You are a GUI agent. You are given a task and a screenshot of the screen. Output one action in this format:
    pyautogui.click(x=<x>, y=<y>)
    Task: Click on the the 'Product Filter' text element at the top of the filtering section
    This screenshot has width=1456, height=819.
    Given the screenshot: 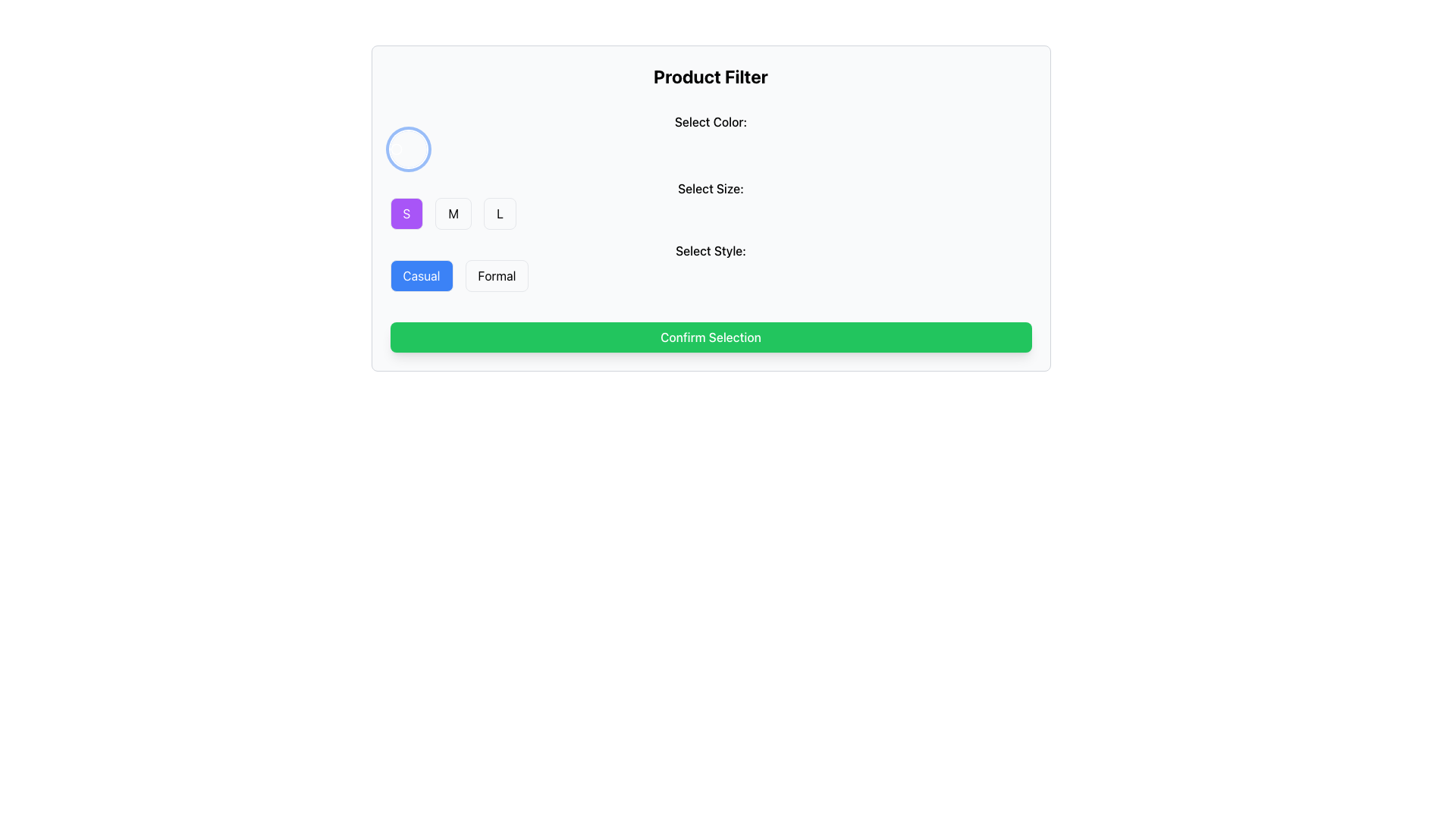 What is the action you would take?
    pyautogui.click(x=710, y=76)
    